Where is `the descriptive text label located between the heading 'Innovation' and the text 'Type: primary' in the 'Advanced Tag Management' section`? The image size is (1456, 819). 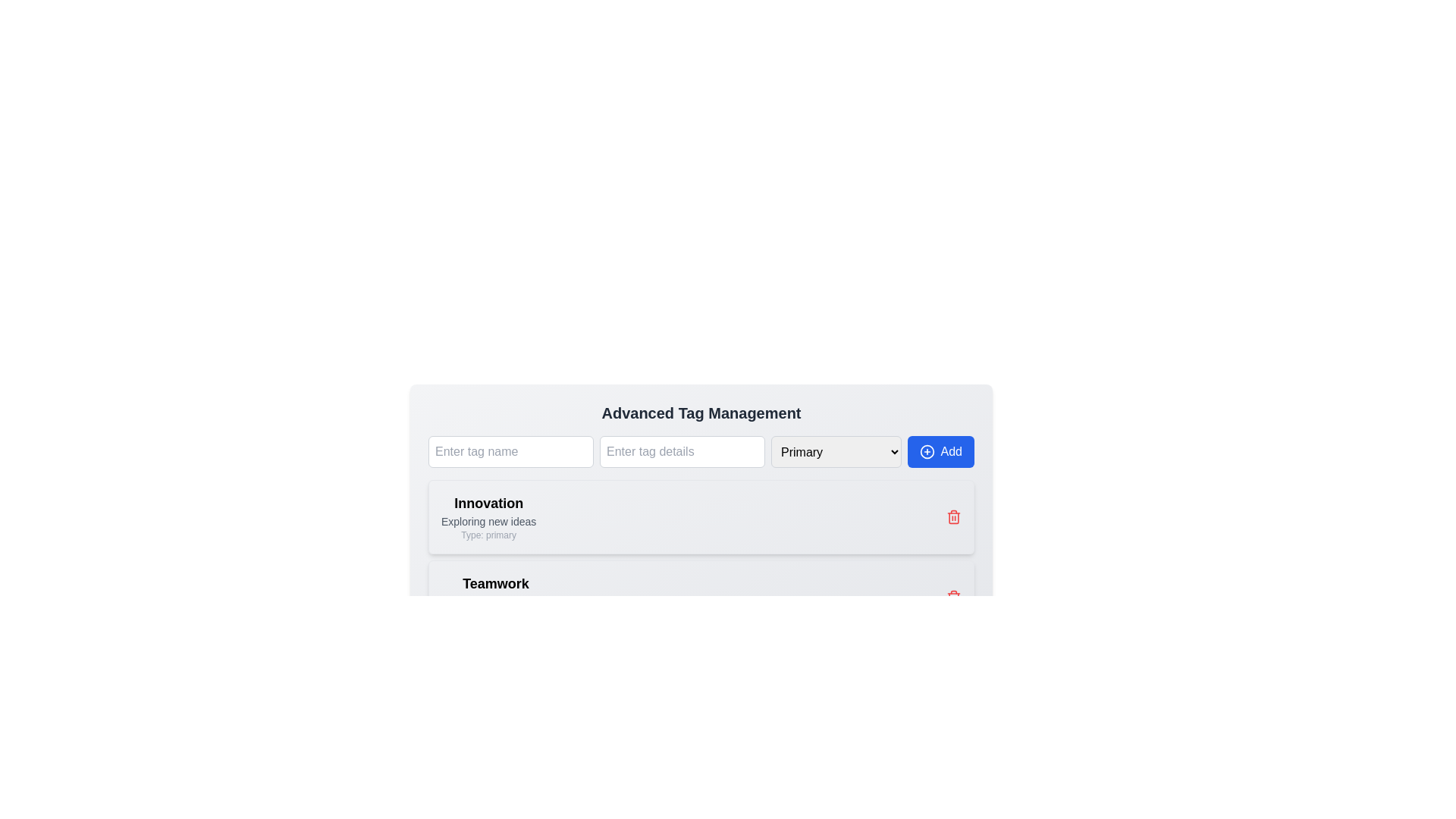 the descriptive text label located between the heading 'Innovation' and the text 'Type: primary' in the 'Advanced Tag Management' section is located at coordinates (488, 520).